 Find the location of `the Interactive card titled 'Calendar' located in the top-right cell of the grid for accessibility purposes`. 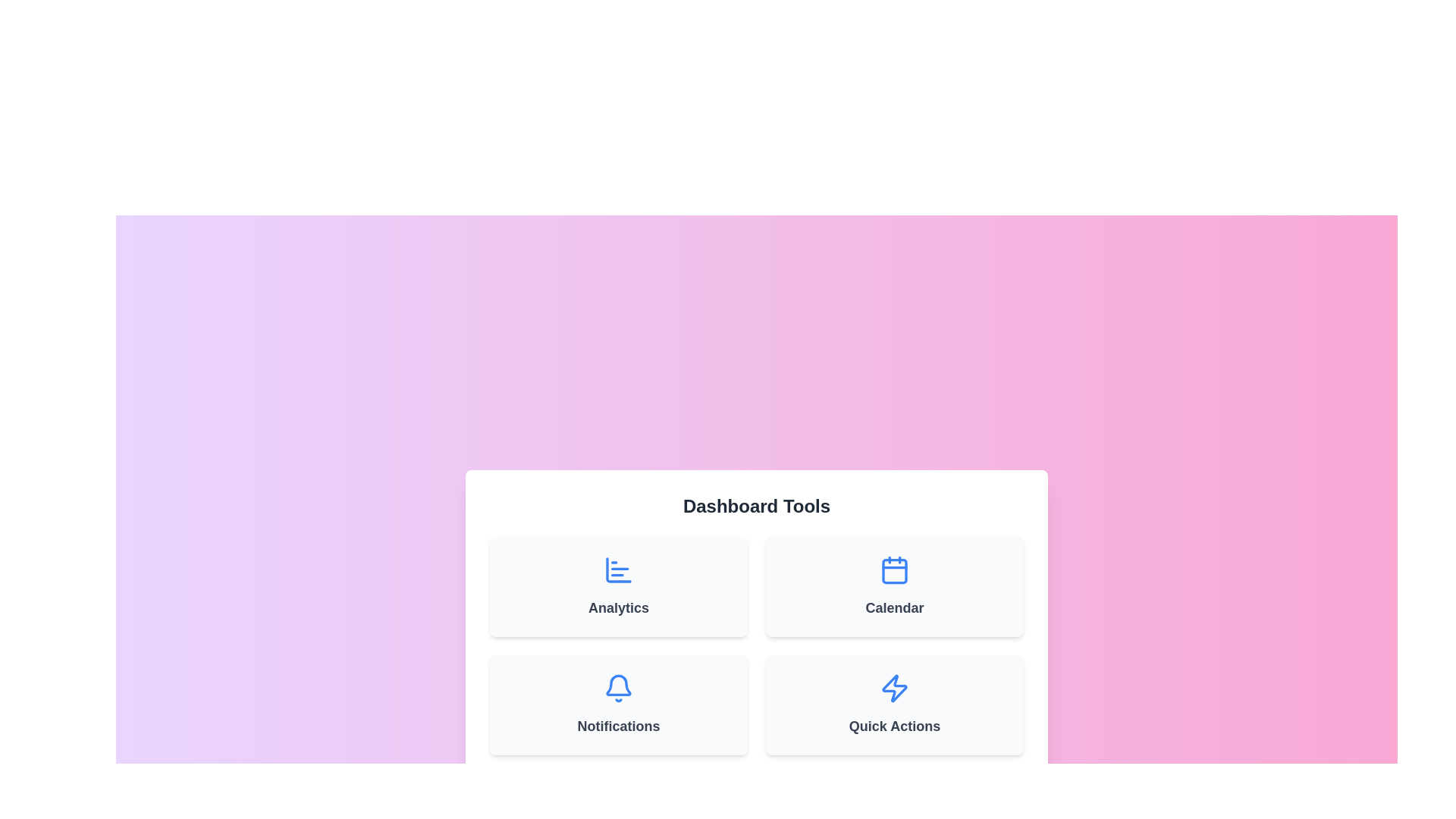

the Interactive card titled 'Calendar' located in the top-right cell of the grid for accessibility purposes is located at coordinates (895, 586).